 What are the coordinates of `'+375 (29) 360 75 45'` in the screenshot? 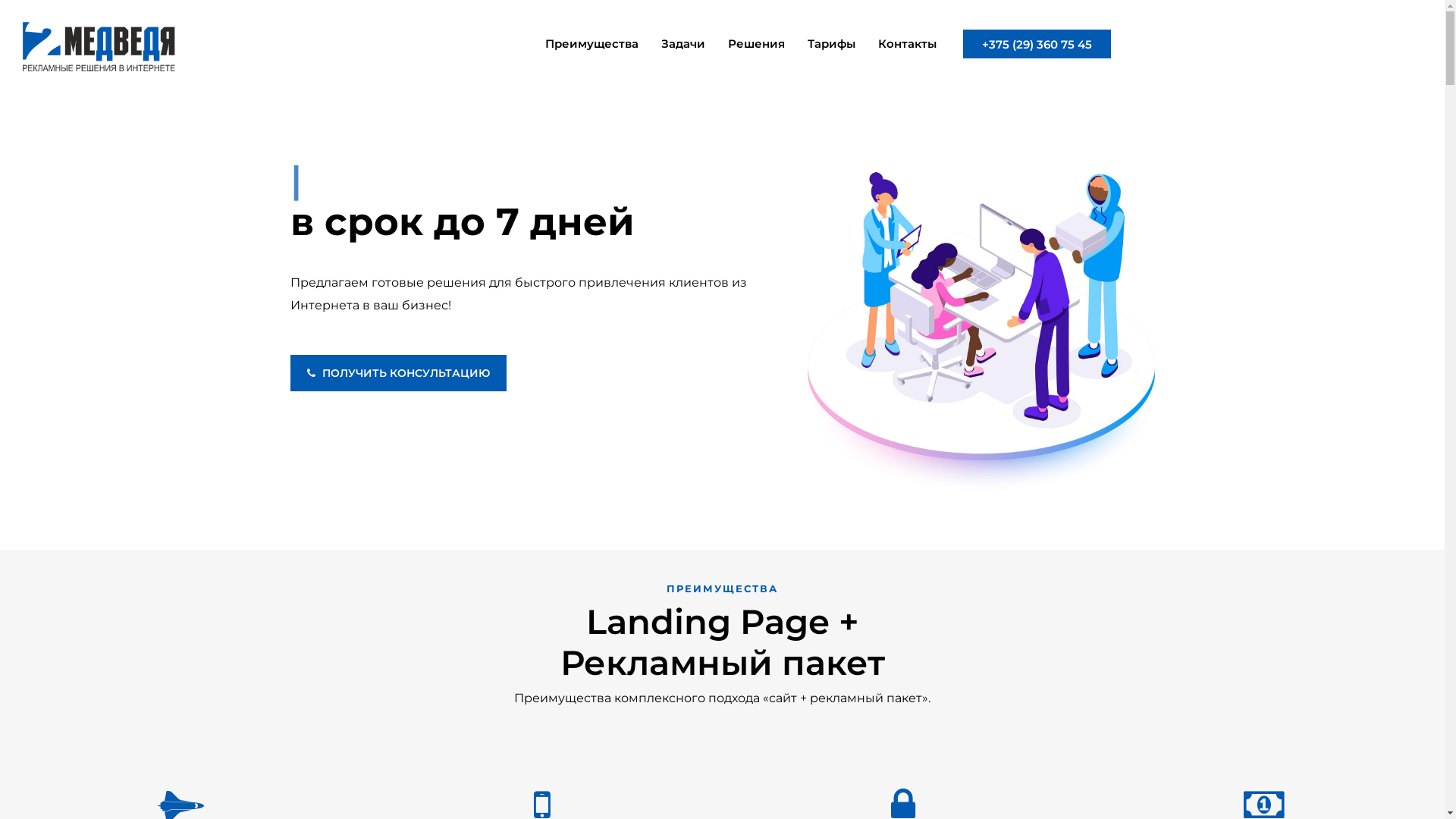 It's located at (1036, 42).